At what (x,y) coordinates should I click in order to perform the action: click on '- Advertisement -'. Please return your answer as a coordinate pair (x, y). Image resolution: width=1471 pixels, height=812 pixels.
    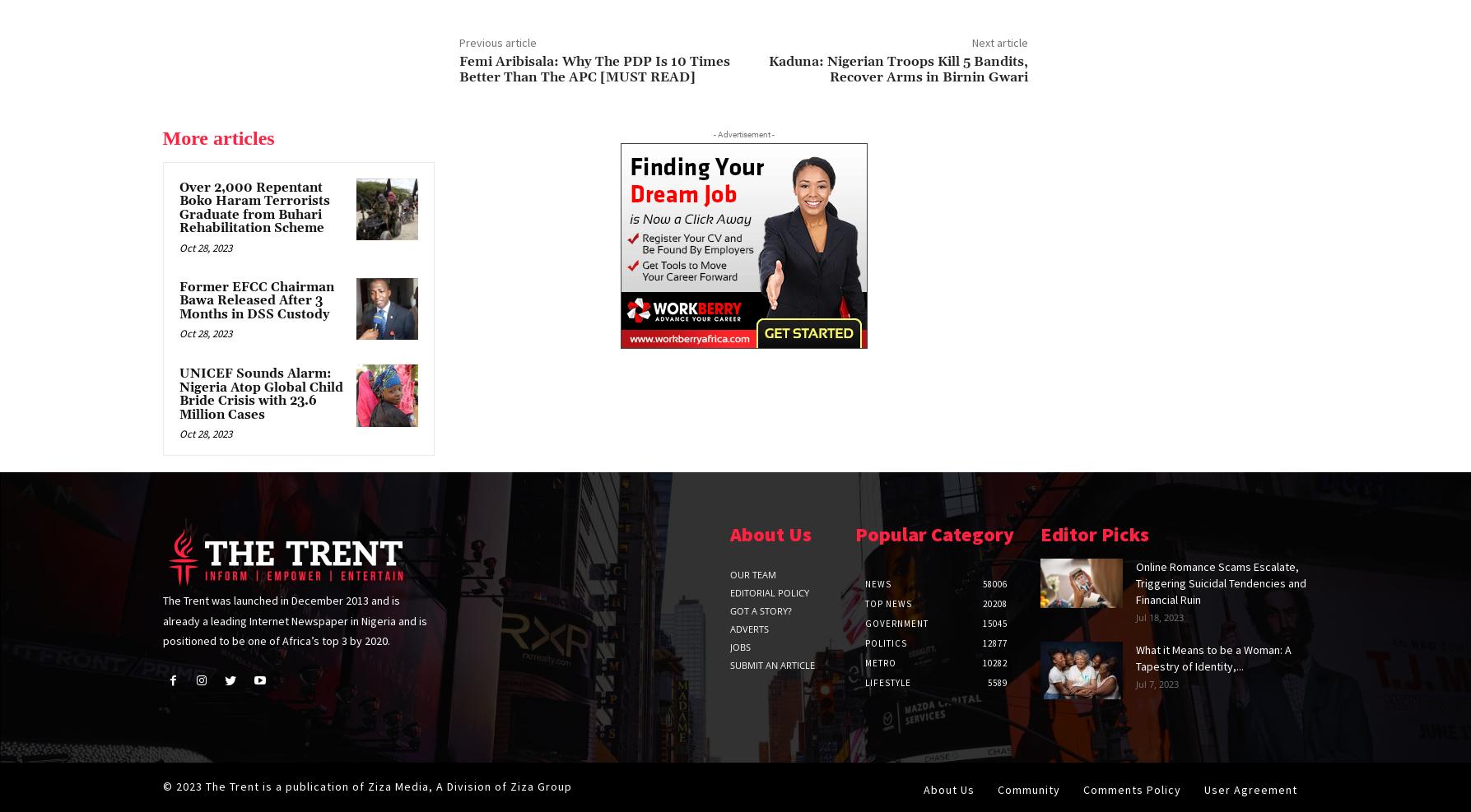
    Looking at the image, I should click on (712, 132).